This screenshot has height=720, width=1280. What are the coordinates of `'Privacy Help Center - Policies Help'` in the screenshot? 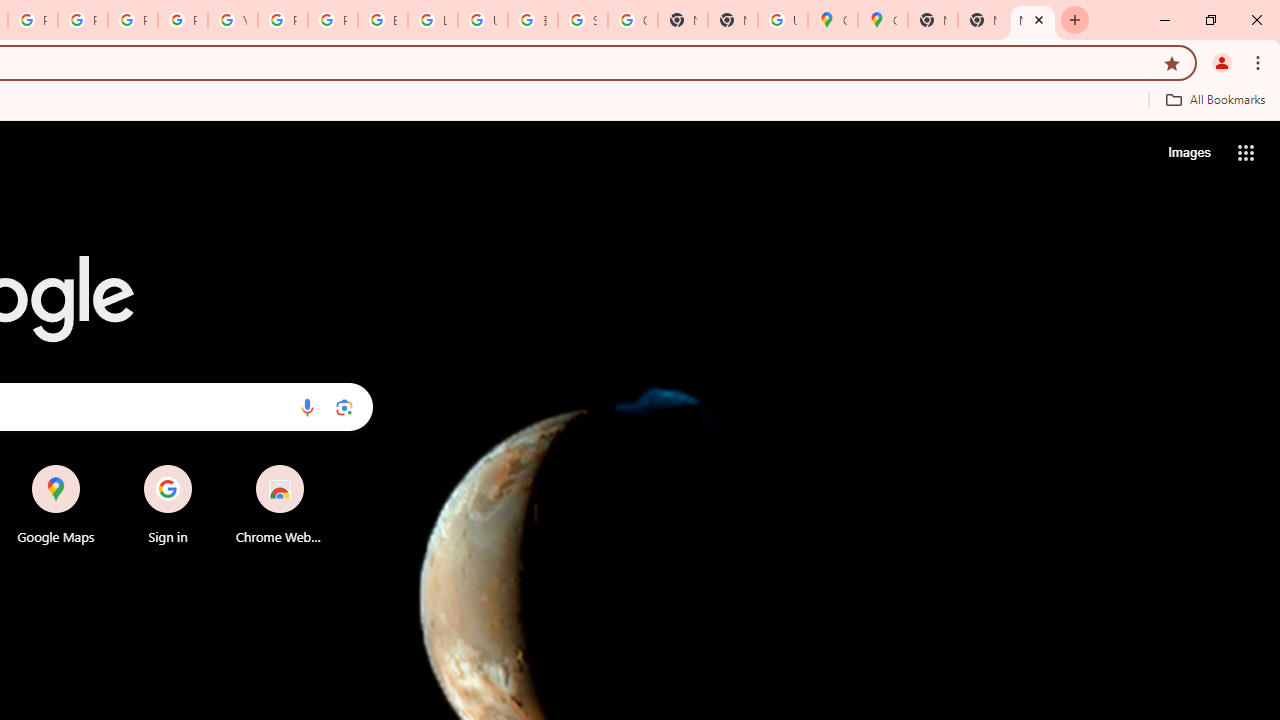 It's located at (131, 20).